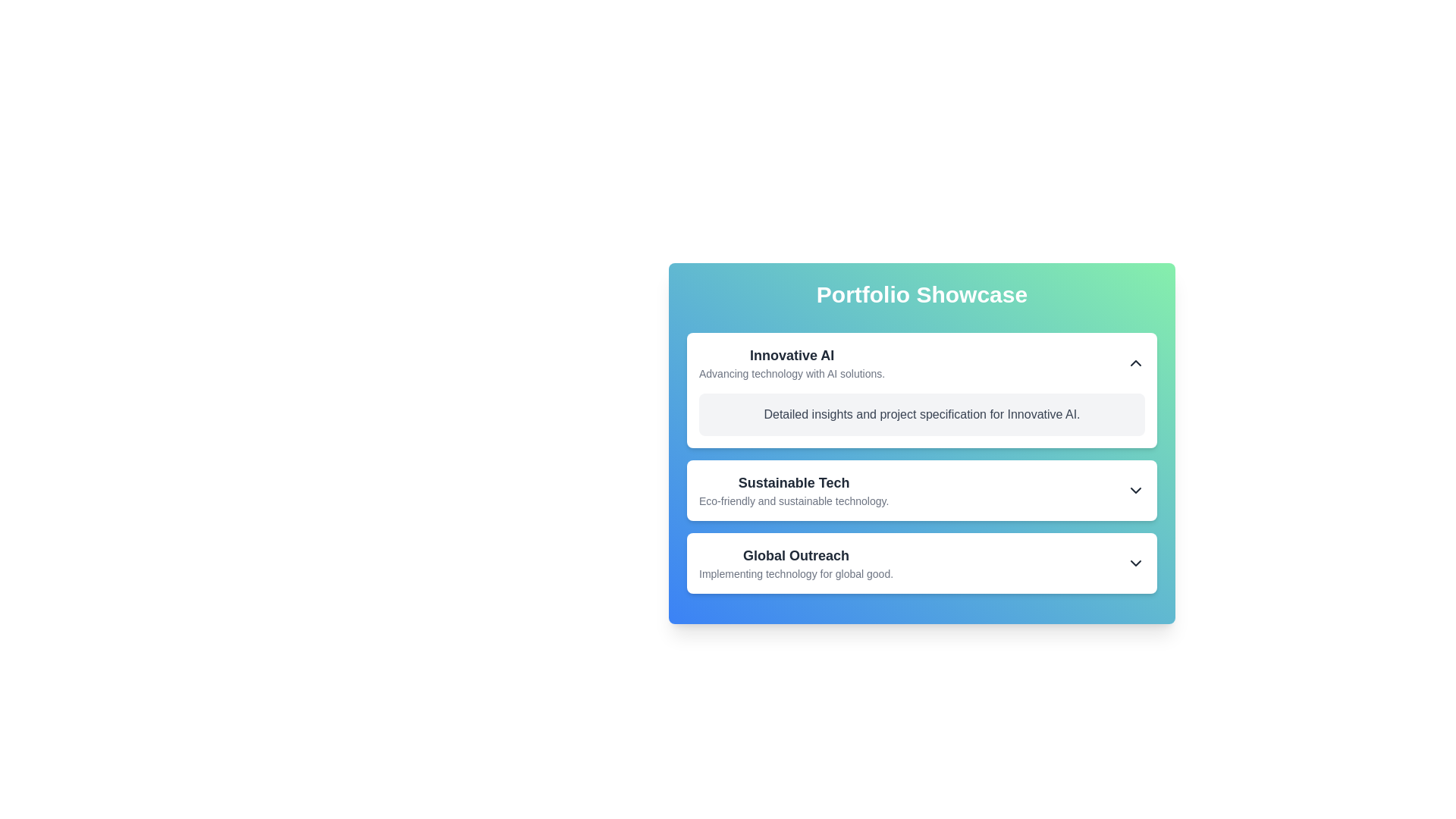  I want to click on the text element containing the phrase 'Detailed insights and project specification for Innovative AI.' which is styled with gray color and located under the 'Innovative AI' section, so click(921, 415).